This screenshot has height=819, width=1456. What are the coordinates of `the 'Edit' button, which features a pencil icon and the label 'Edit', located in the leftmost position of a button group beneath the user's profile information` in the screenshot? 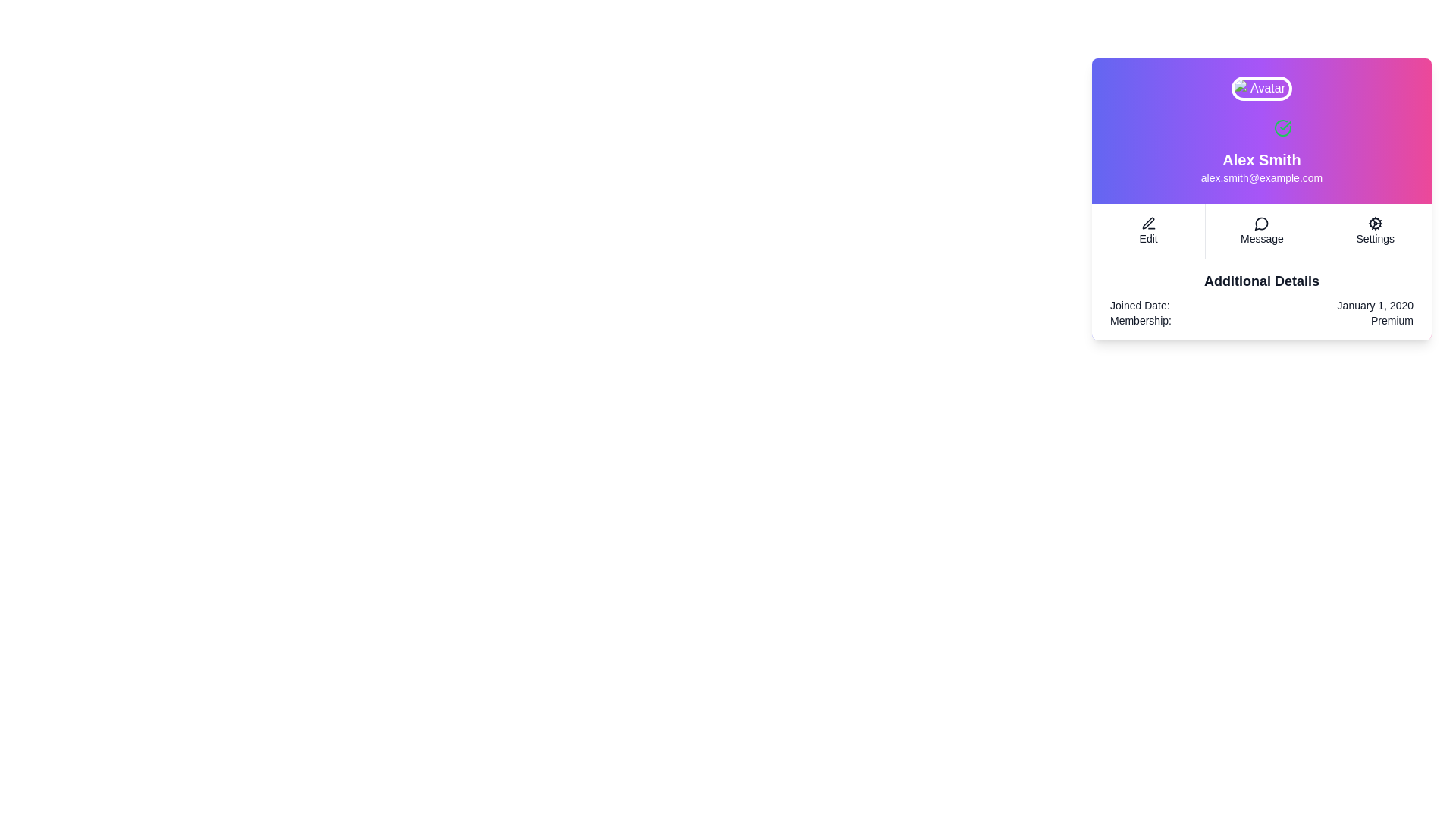 It's located at (1148, 231).